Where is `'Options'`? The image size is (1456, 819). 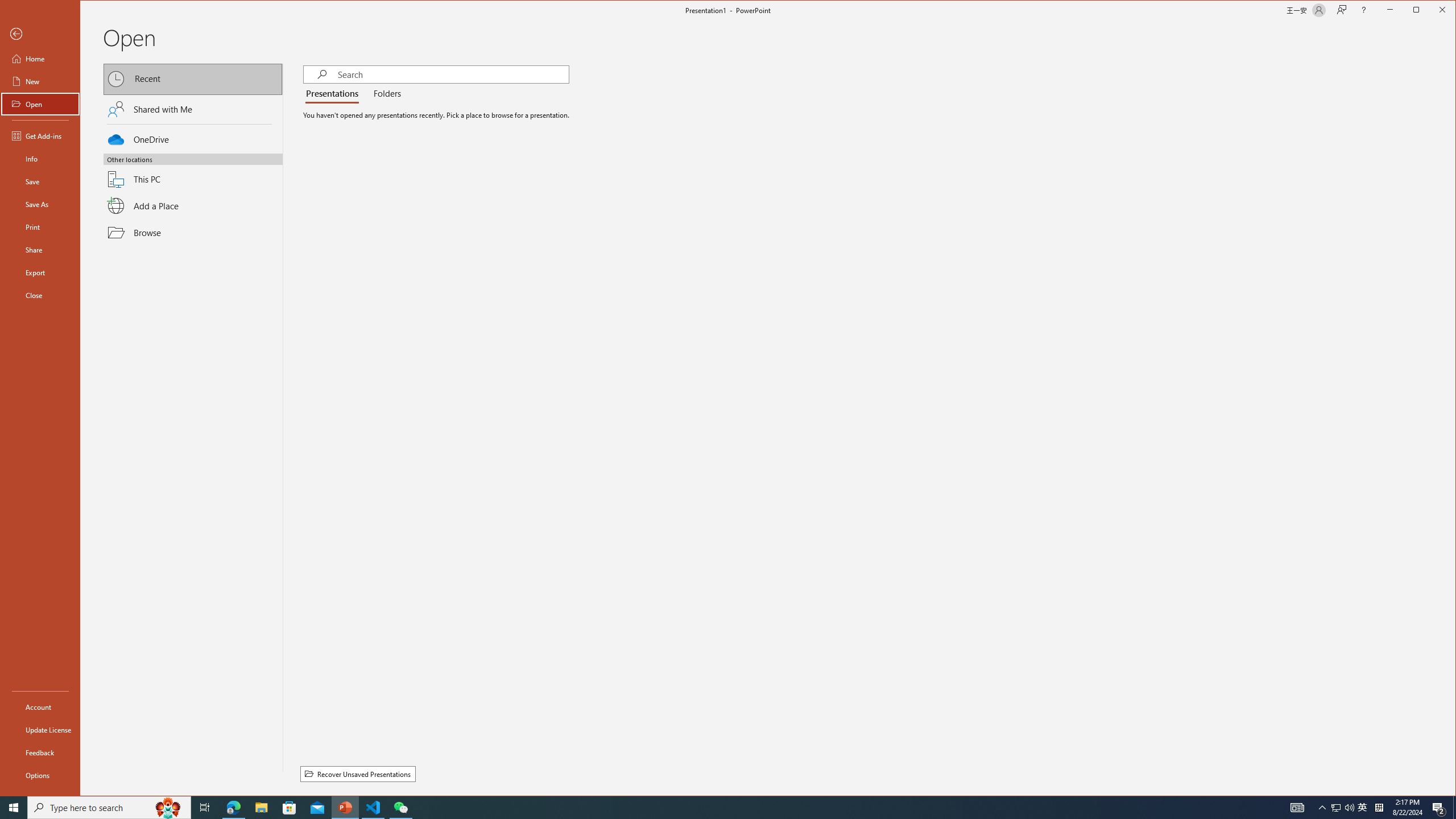
'Options' is located at coordinates (39, 775).